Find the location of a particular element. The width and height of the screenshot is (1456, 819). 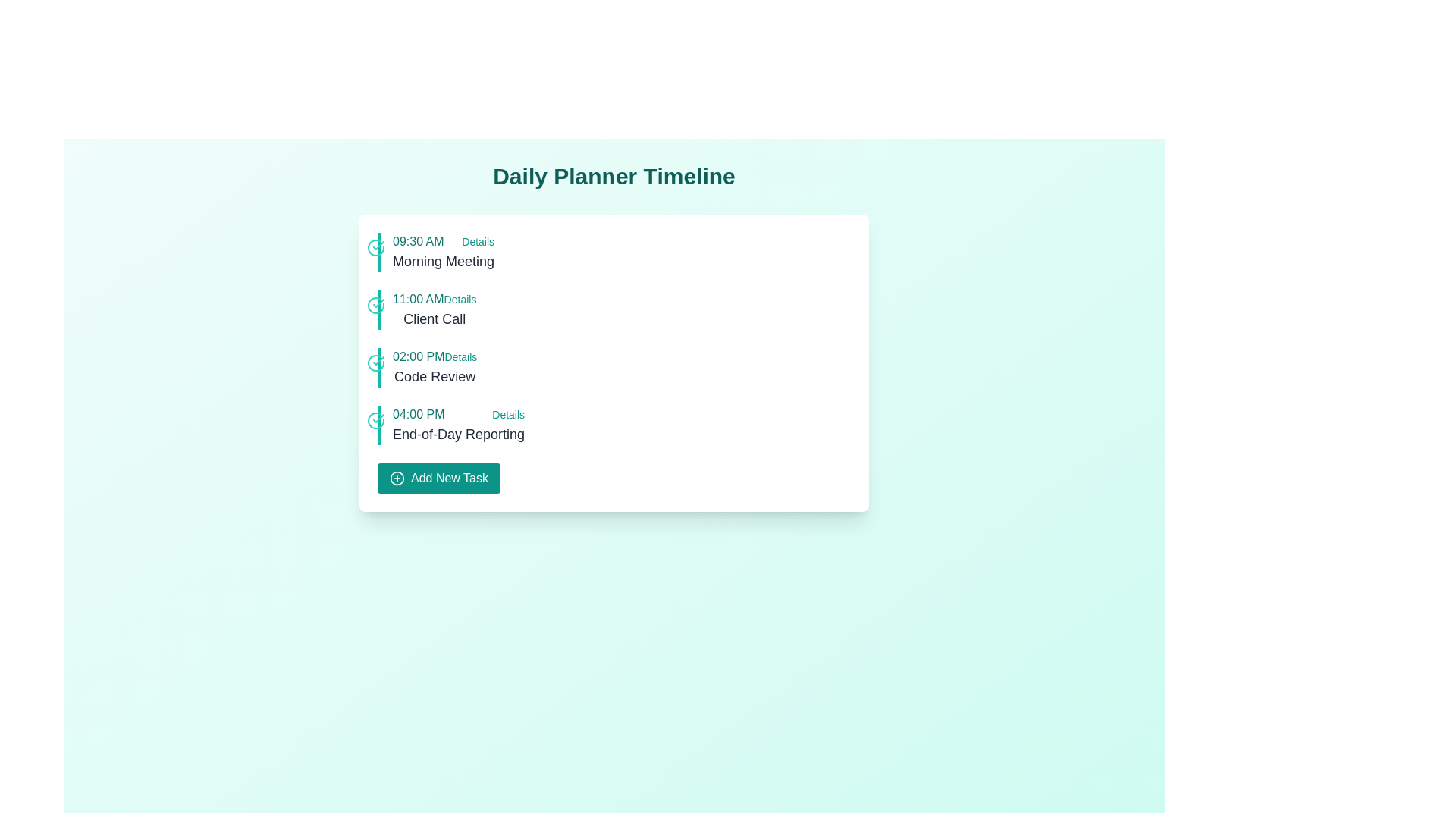

the text display showing '09:30 AM' in teal color, which is positioned at the top of the timeline scheduling interface is located at coordinates (418, 241).